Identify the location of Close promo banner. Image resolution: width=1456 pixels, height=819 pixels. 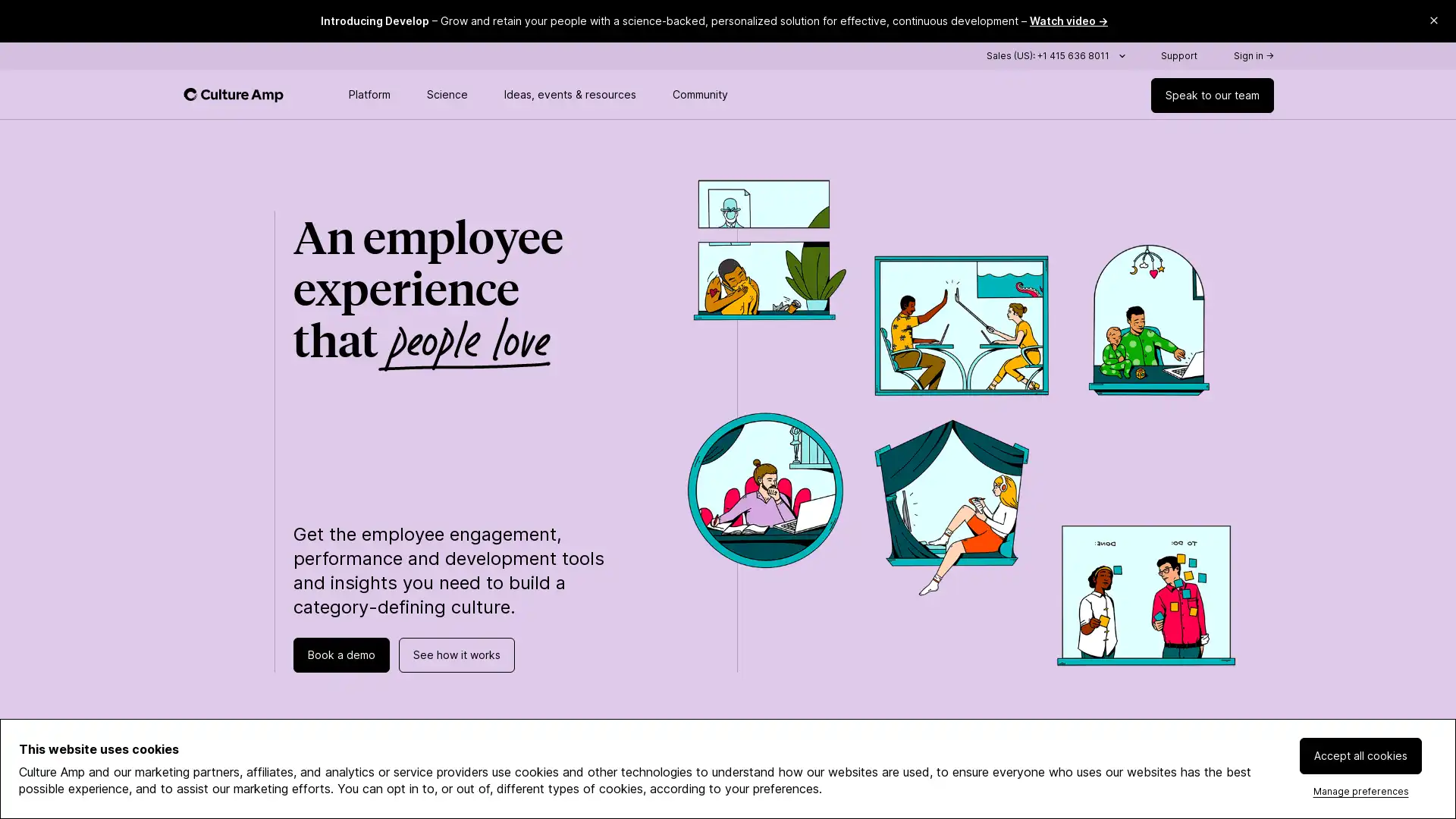
(1433, 20).